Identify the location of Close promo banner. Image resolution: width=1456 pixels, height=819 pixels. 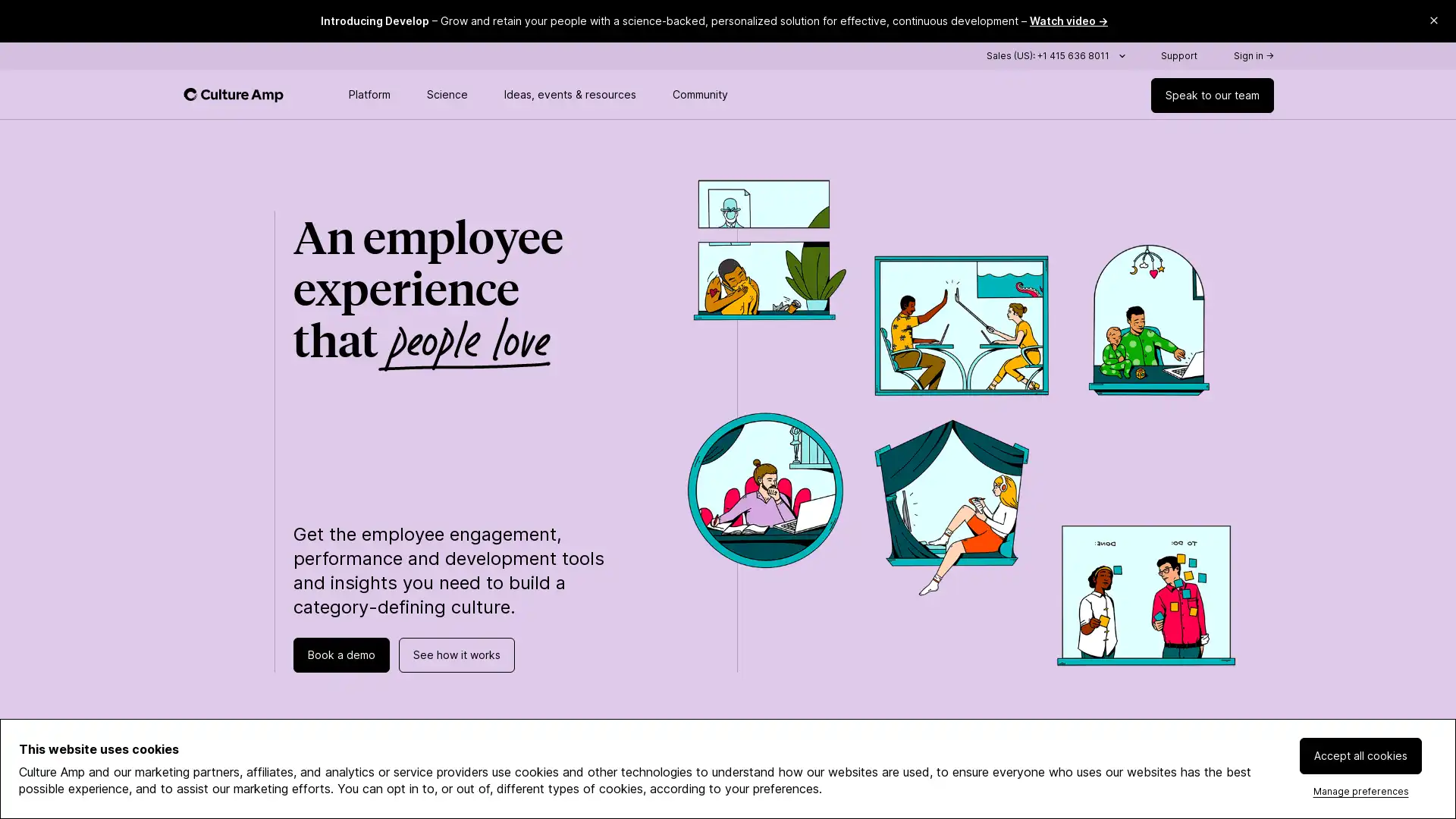
(1433, 20).